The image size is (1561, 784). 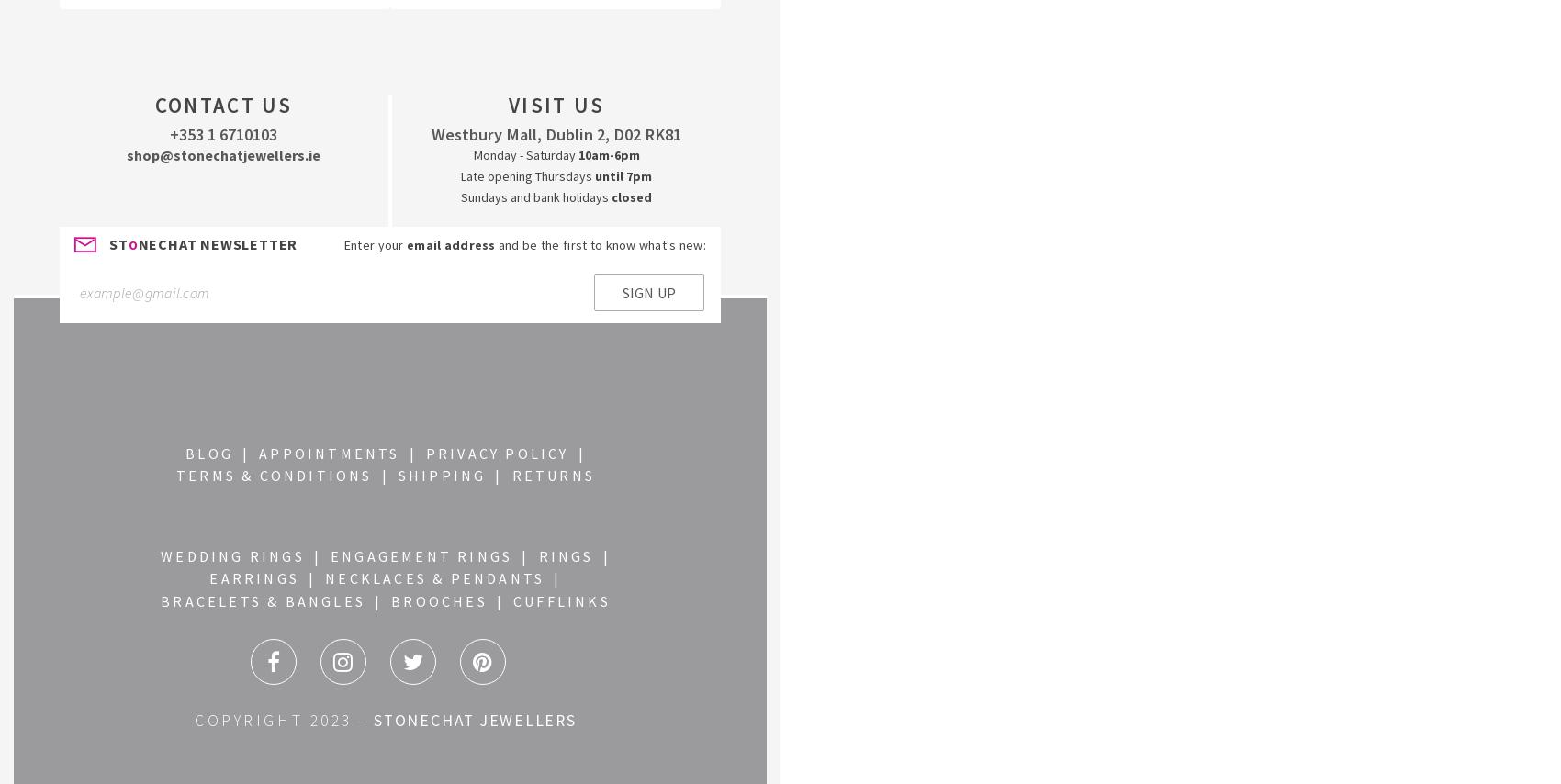 I want to click on 'RETURNS', so click(x=510, y=475).